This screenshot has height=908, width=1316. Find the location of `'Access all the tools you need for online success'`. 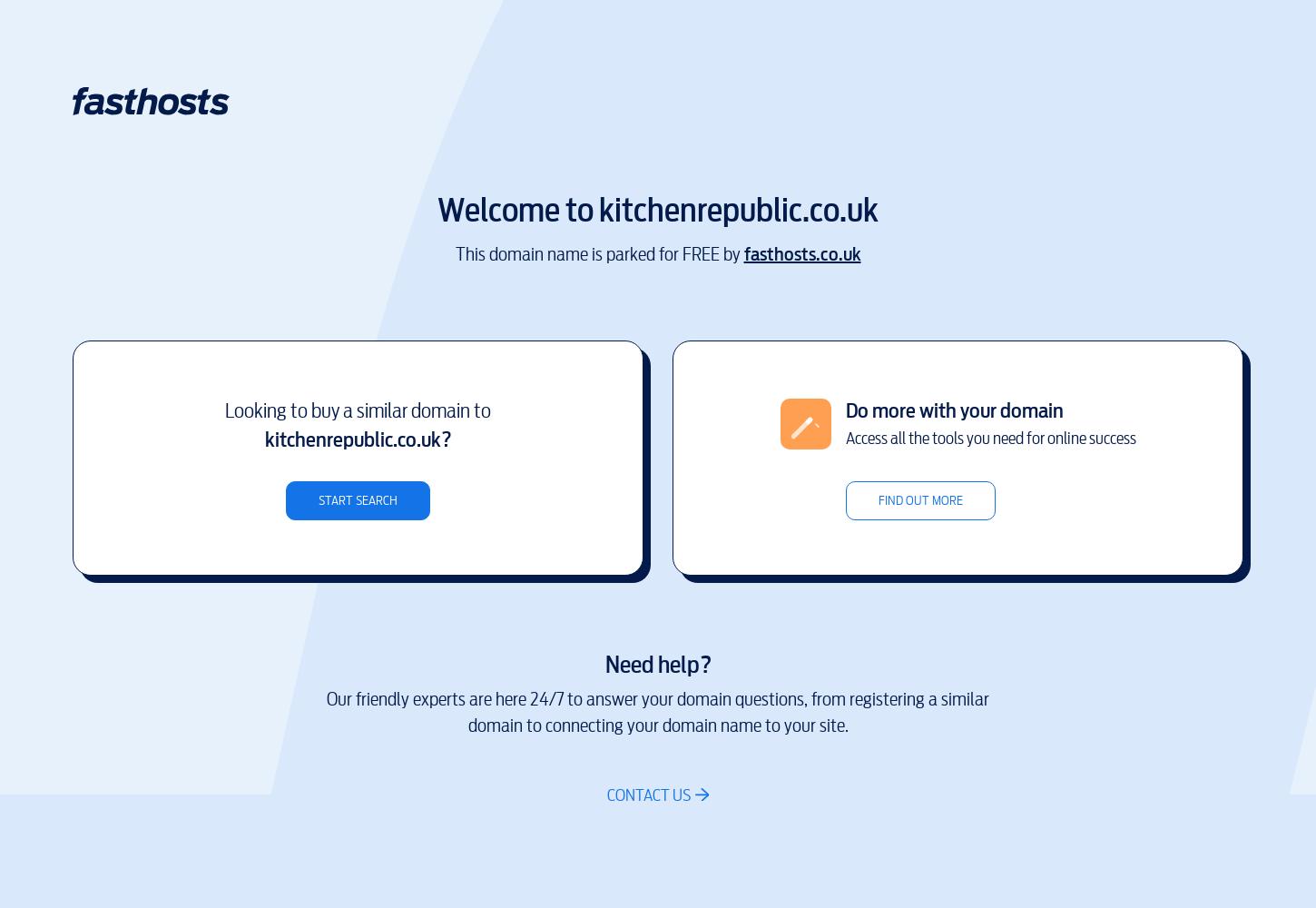

'Access all the tools you need for online success' is located at coordinates (988, 437).